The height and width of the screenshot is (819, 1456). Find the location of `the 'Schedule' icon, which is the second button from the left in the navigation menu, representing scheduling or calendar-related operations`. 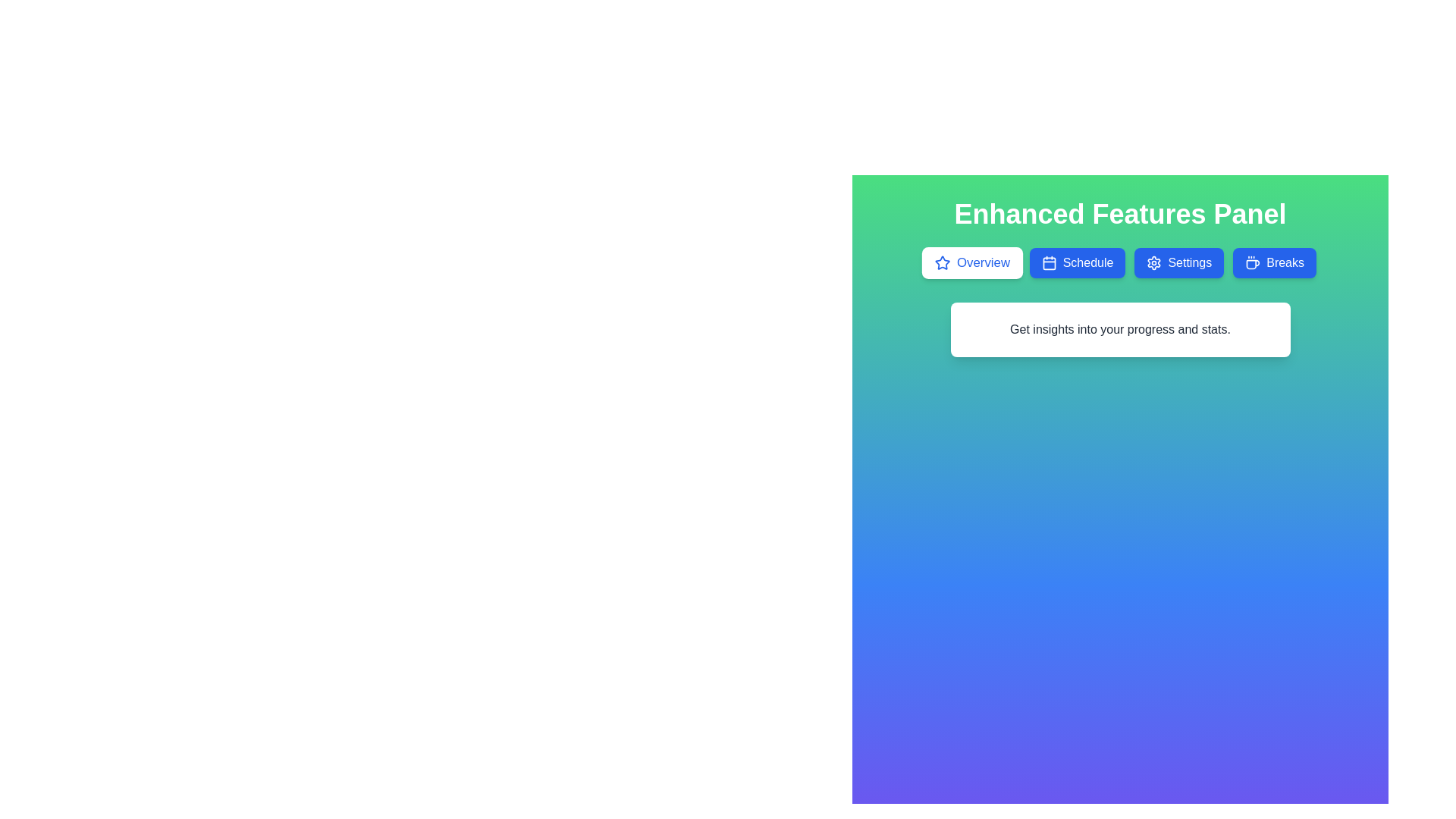

the 'Schedule' icon, which is the second button from the left in the navigation menu, representing scheduling or calendar-related operations is located at coordinates (1048, 262).